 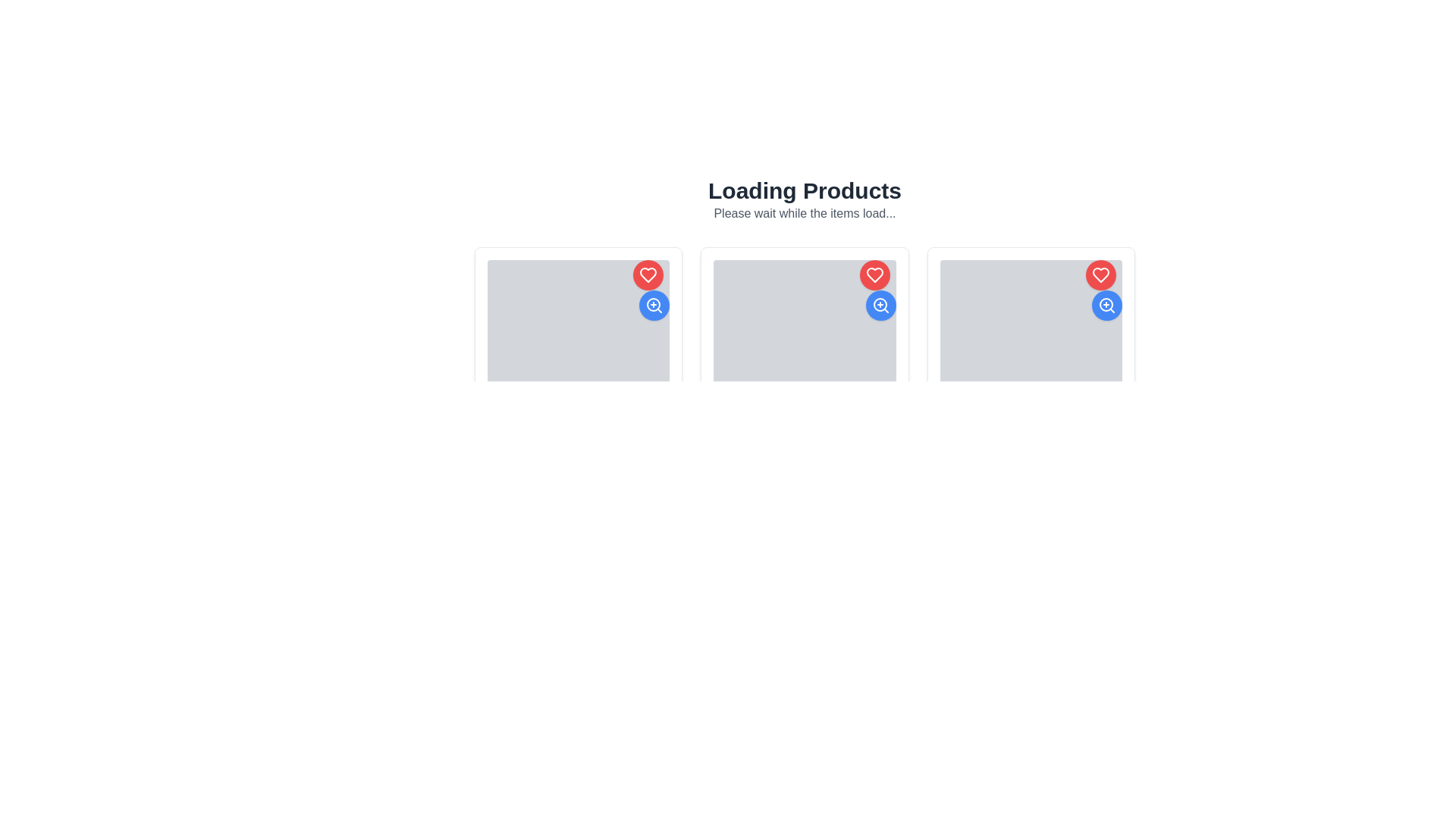 I want to click on the static text label displaying 'Please wait while the items load...', which is styled in gray and located directly beneath the heading 'Loading Products', so click(x=804, y=213).